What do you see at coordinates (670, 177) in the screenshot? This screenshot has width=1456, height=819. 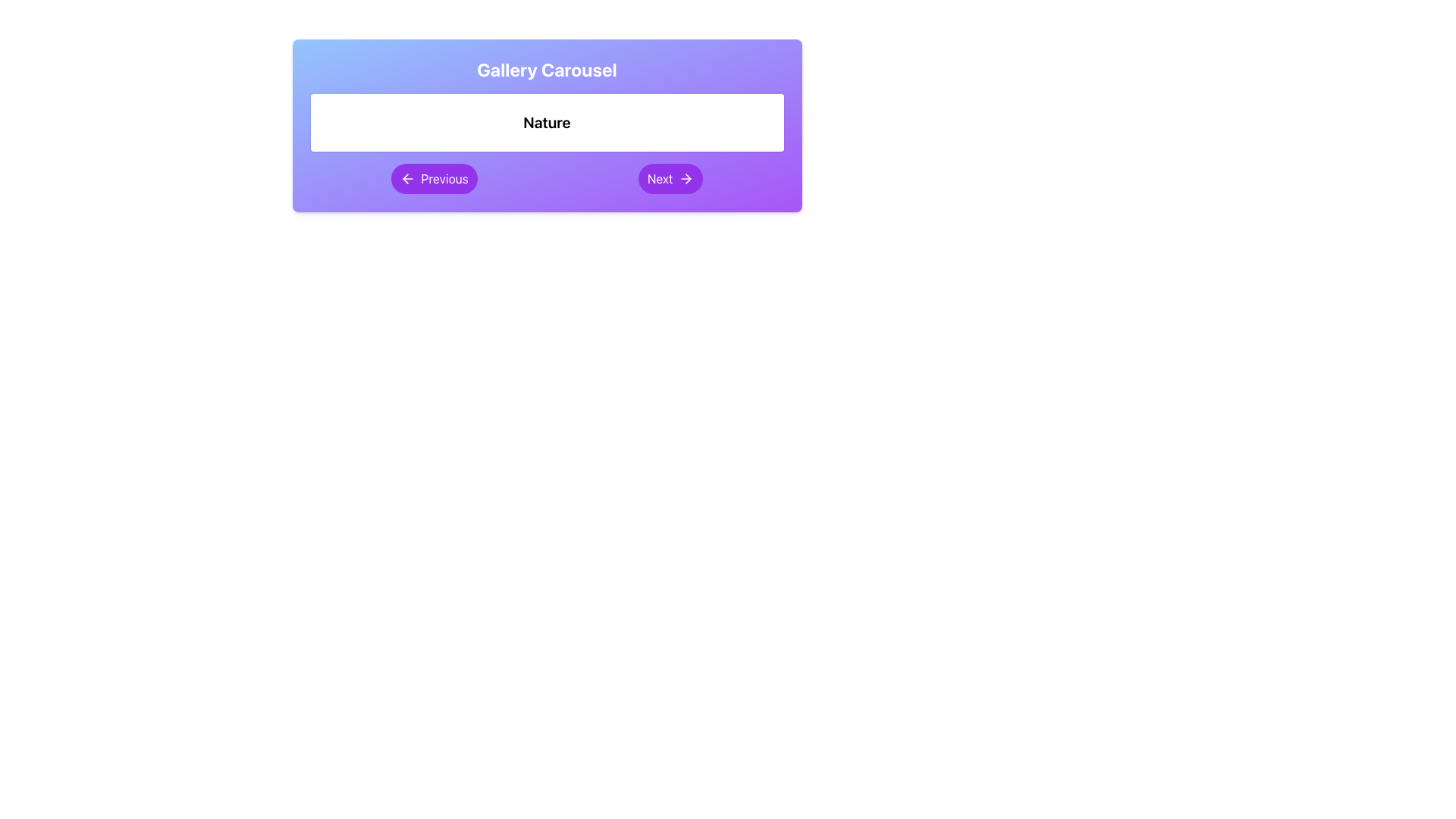 I see `the rounded purple 'Next' button with white text and a right arrow icon` at bounding box center [670, 177].